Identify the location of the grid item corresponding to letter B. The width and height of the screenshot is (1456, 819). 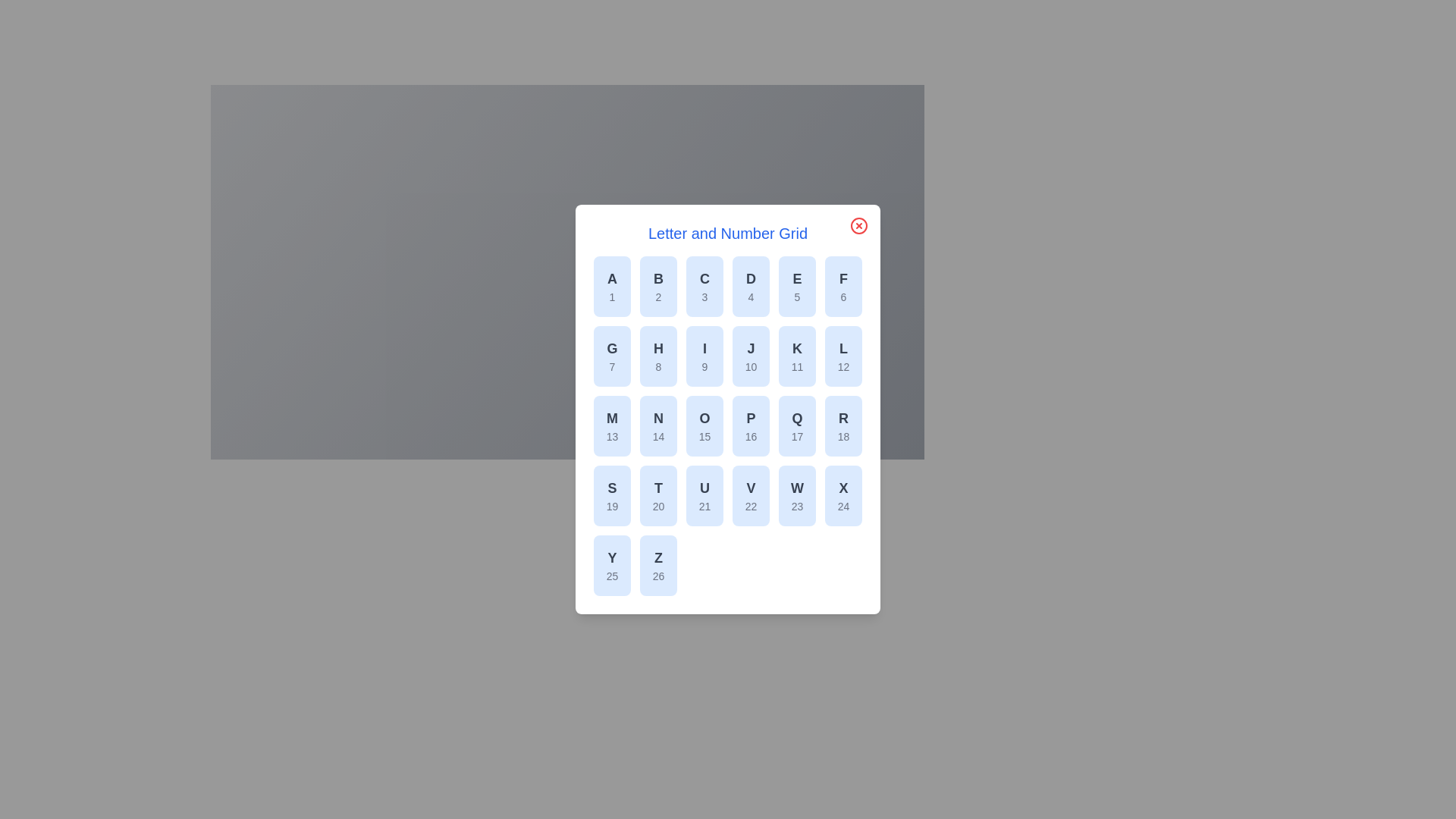
(658, 287).